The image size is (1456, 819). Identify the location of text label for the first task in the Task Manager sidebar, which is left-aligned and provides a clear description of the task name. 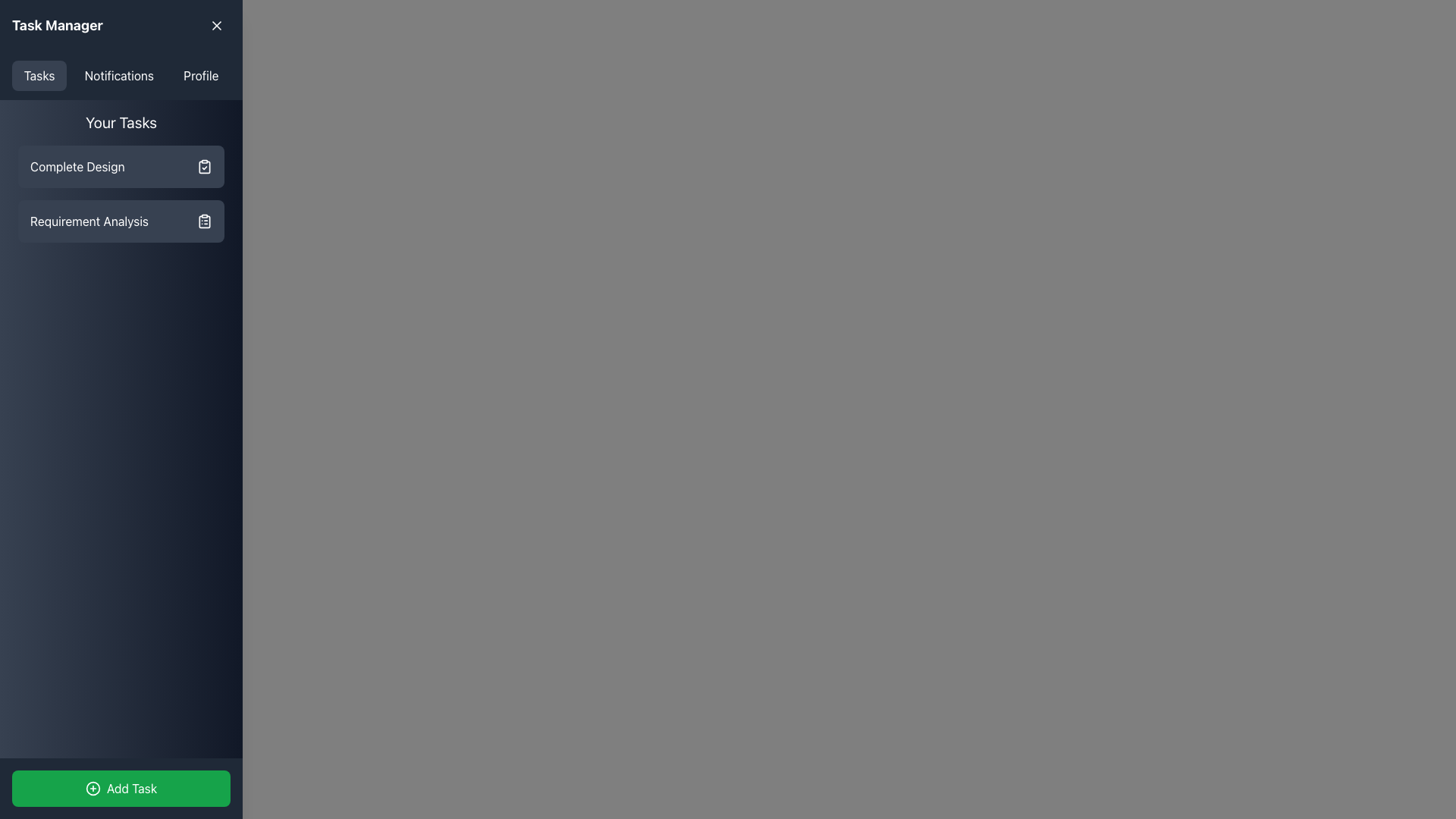
(77, 166).